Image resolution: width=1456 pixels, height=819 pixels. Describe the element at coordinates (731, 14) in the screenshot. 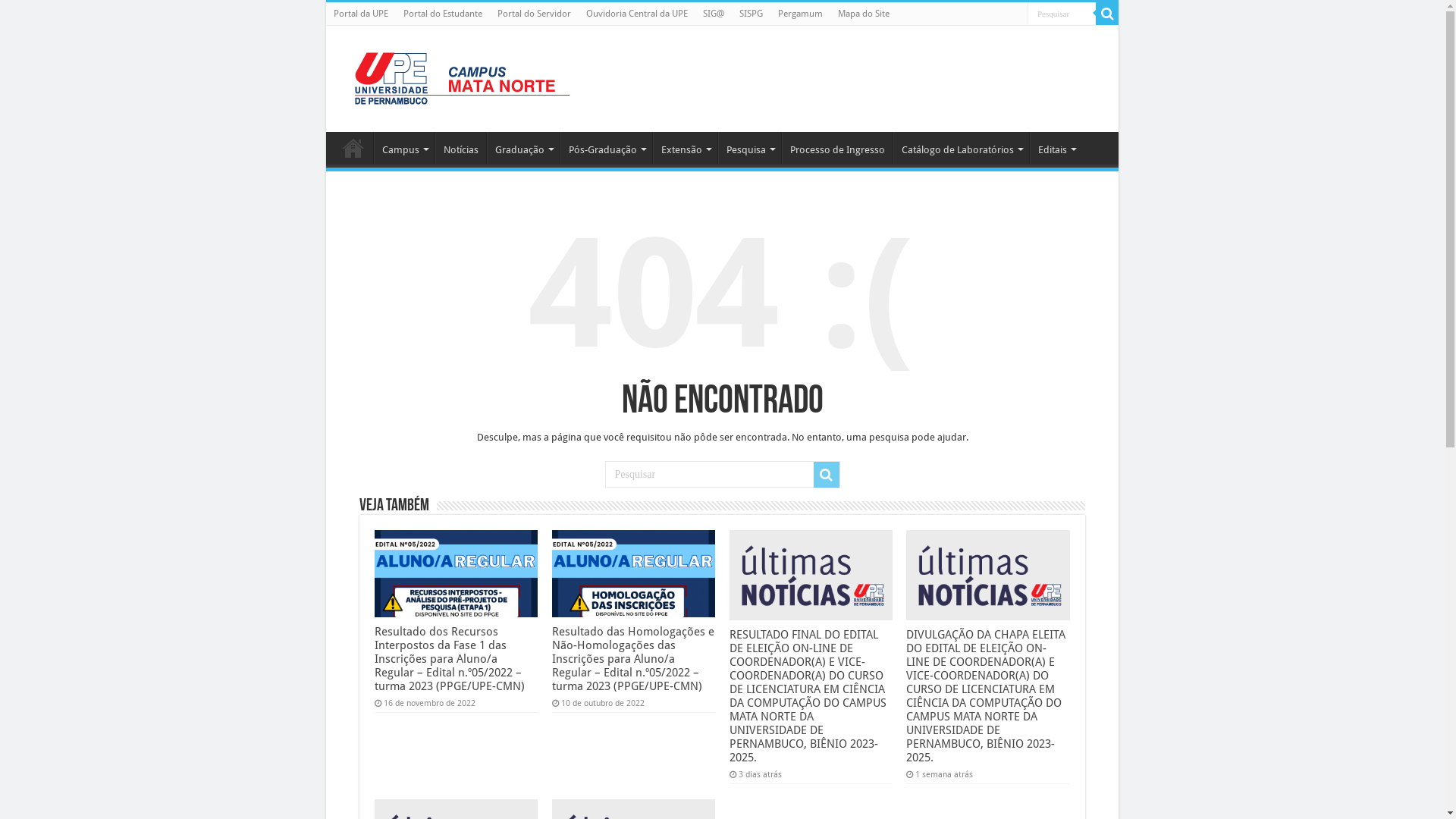

I see `'SISPG'` at that location.